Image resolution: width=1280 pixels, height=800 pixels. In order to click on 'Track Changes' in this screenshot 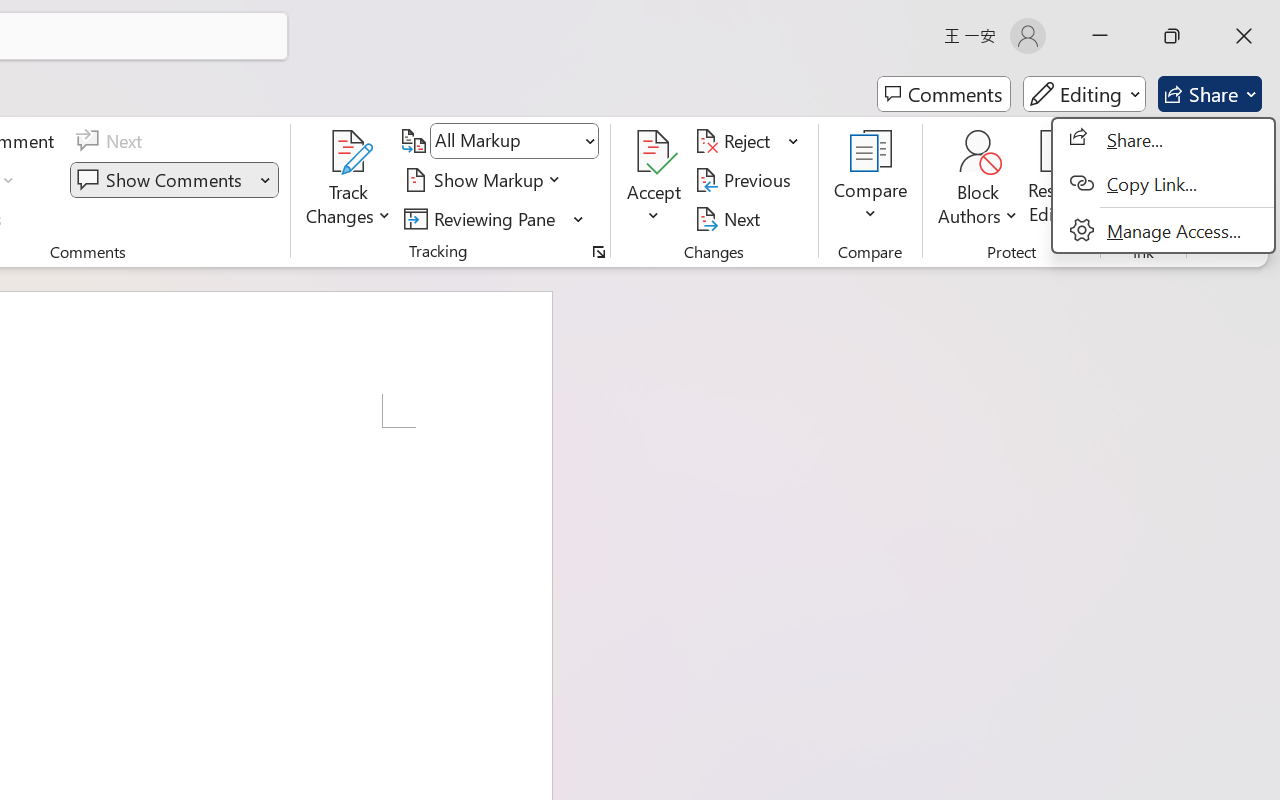, I will do `click(349, 151)`.